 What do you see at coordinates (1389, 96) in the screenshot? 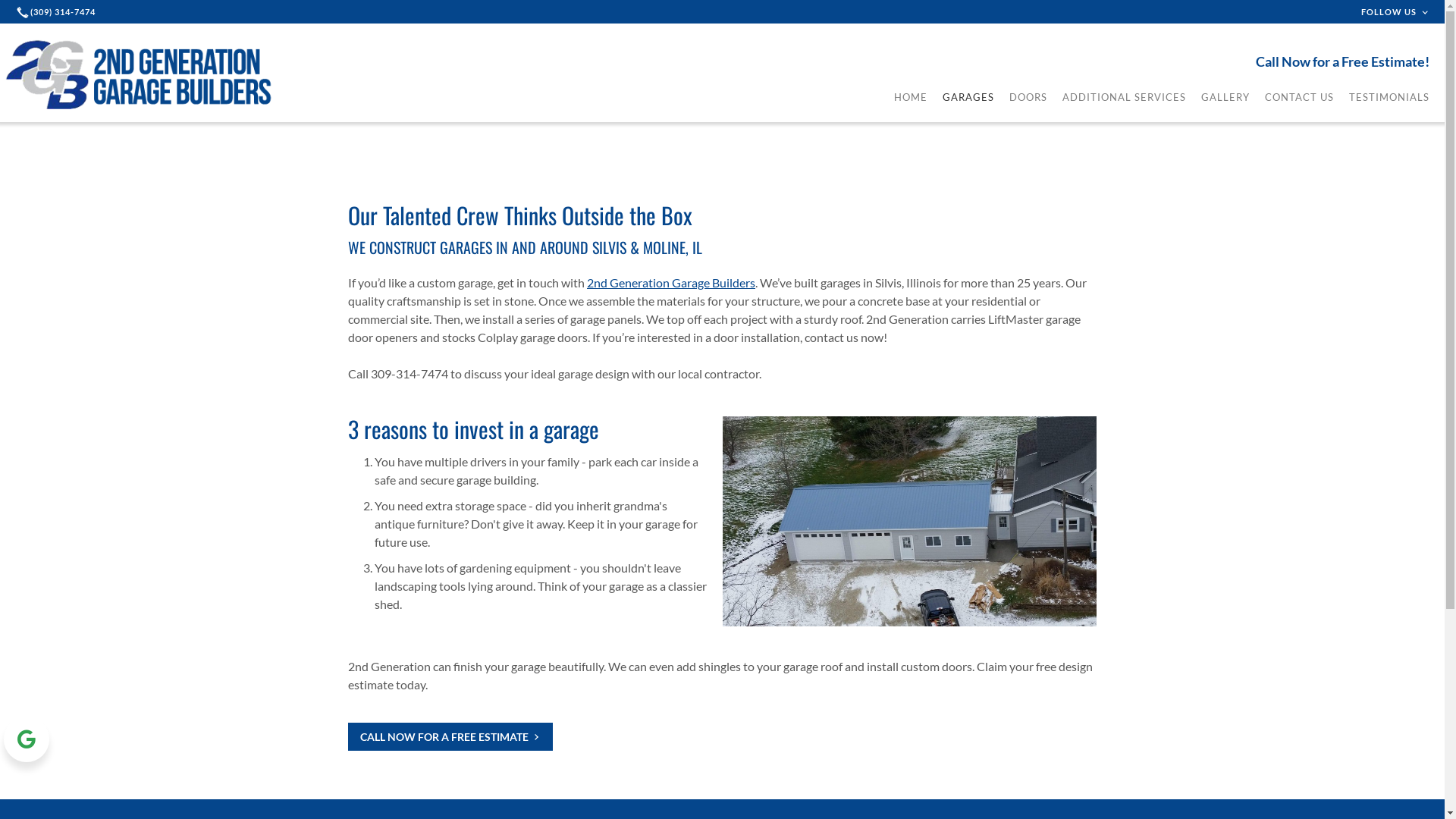
I see `'TESTIMONIALS'` at bounding box center [1389, 96].